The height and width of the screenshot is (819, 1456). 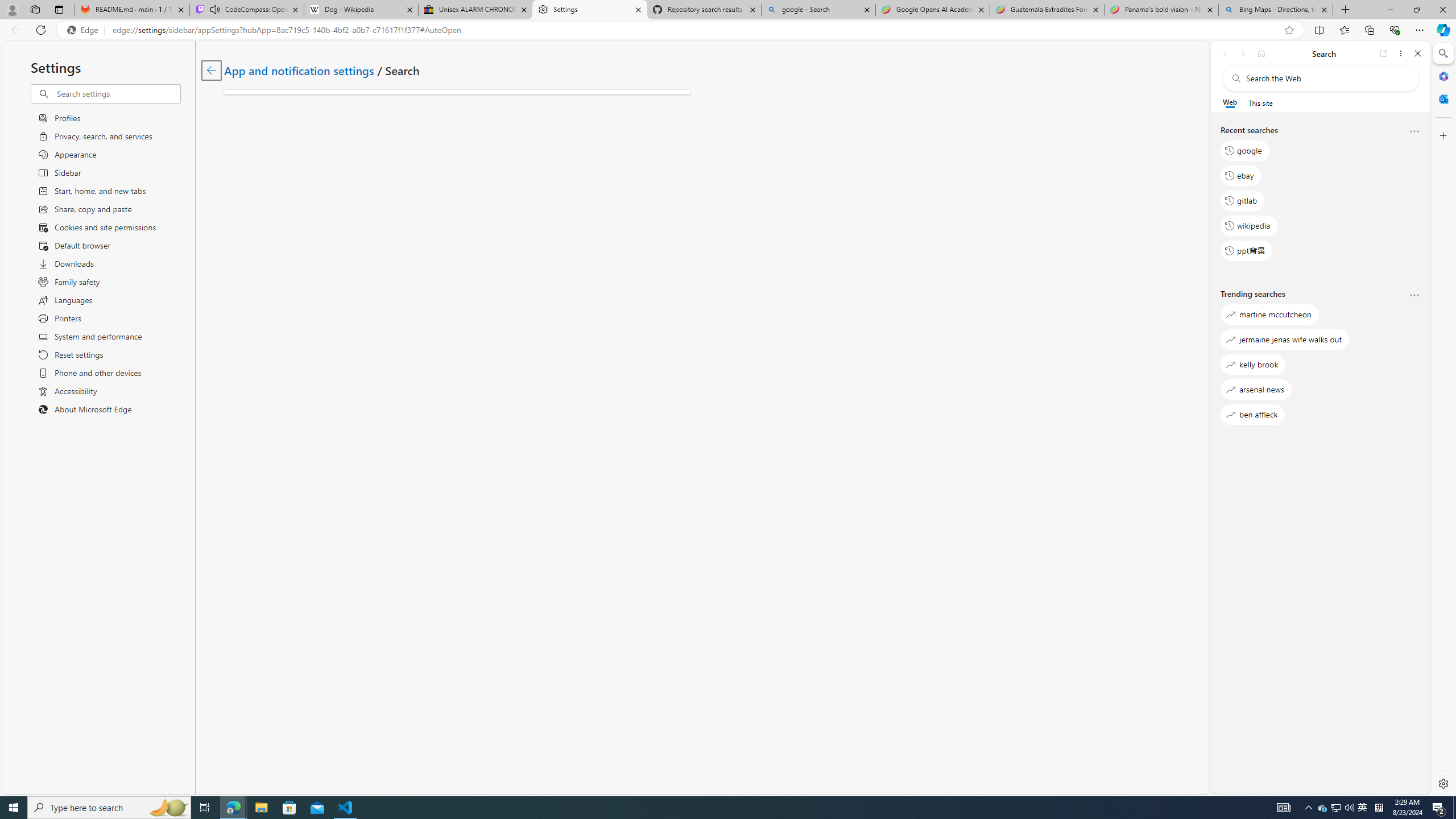 I want to click on 'martine mccutcheon', so click(x=1269, y=314).